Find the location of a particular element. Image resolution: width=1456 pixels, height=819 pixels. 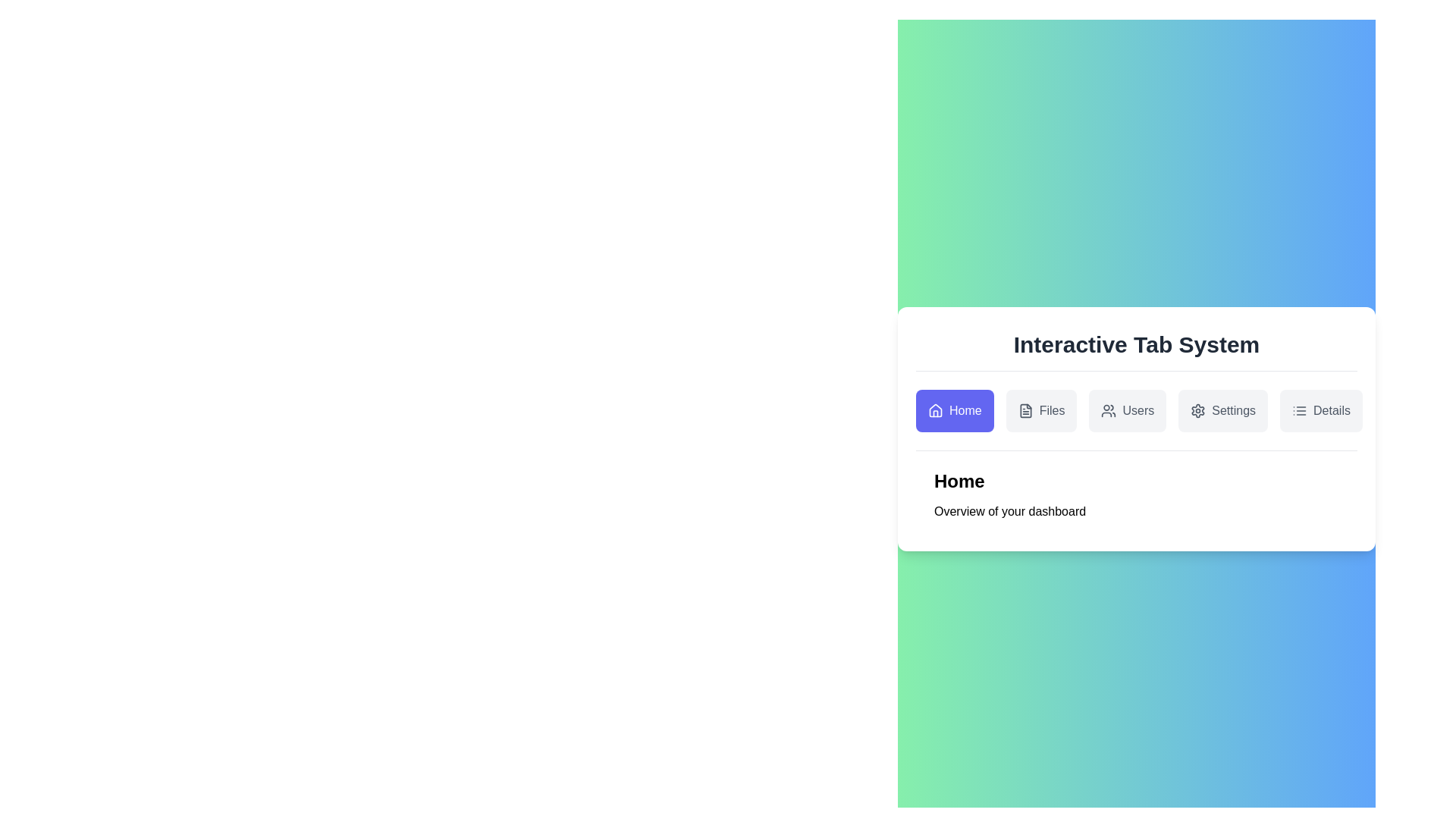

the 'Details' text label, which is a medium gray text located in the top navigation region of a card-style component, positioned to the right of a list icon and adjacent to other navigation options is located at coordinates (1331, 411).